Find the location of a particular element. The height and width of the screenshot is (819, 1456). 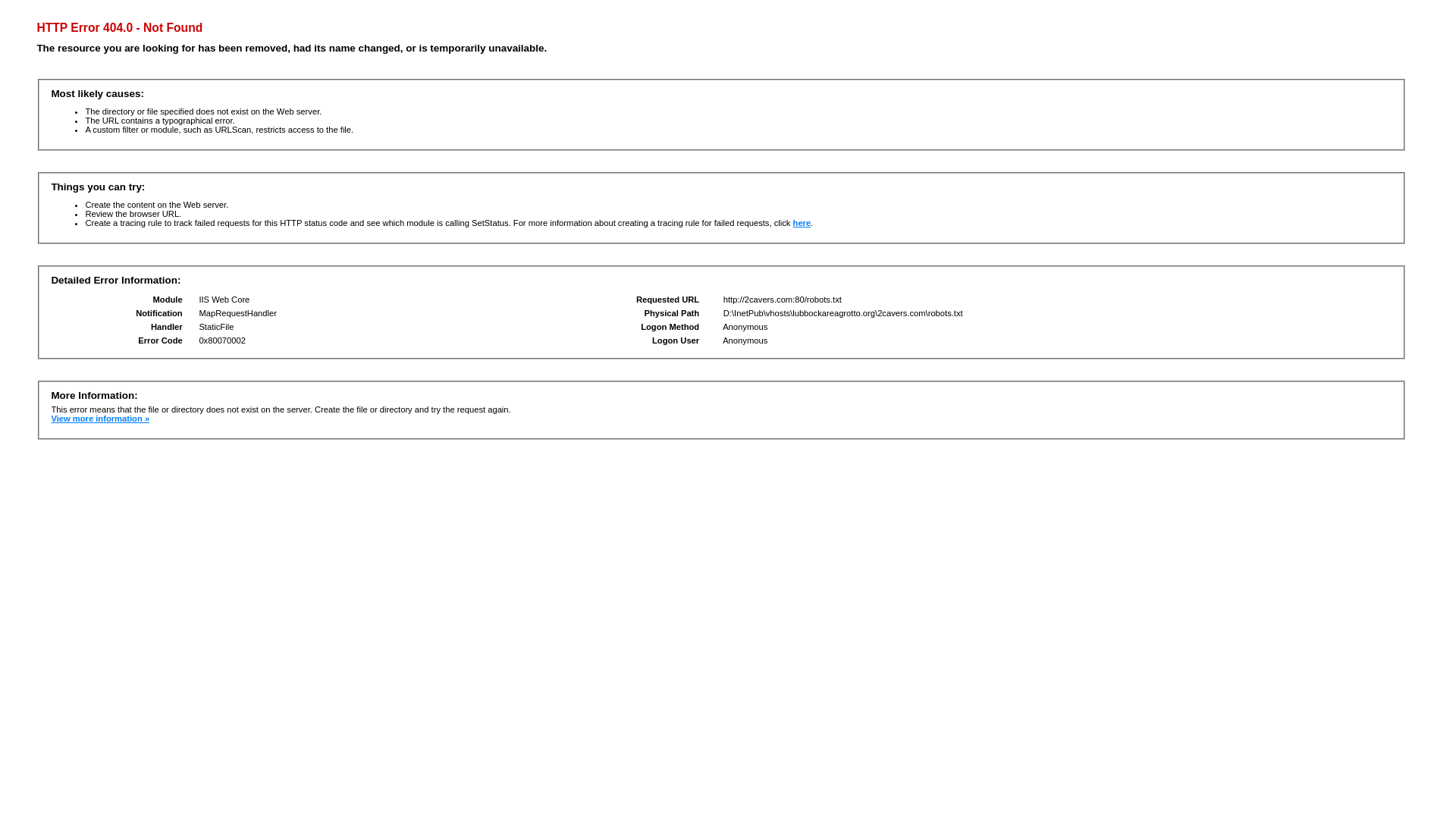

'here' is located at coordinates (792, 222).